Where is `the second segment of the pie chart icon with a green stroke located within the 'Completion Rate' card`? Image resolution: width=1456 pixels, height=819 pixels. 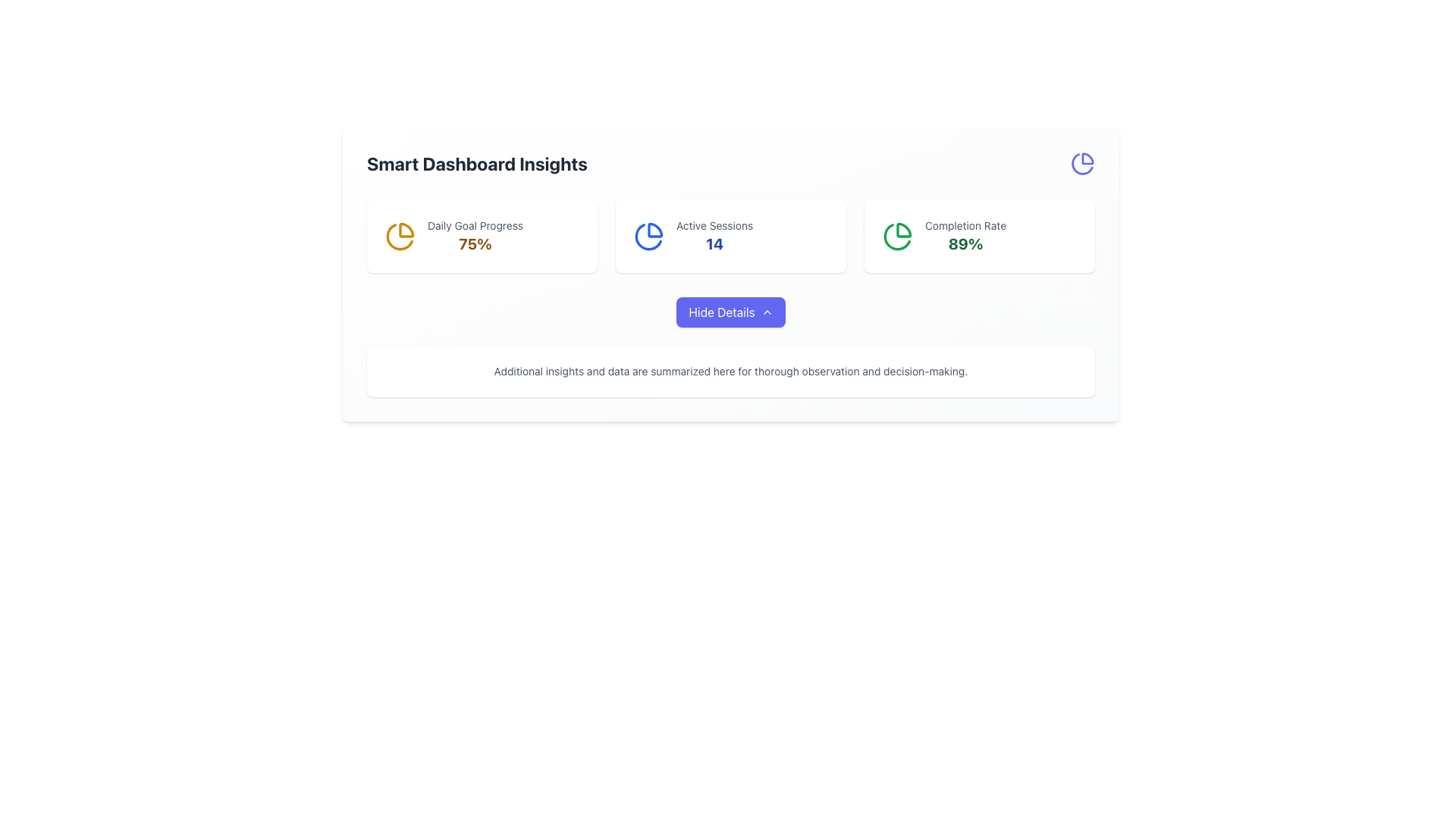
the second segment of the pie chart icon with a green stroke located within the 'Completion Rate' card is located at coordinates (897, 237).